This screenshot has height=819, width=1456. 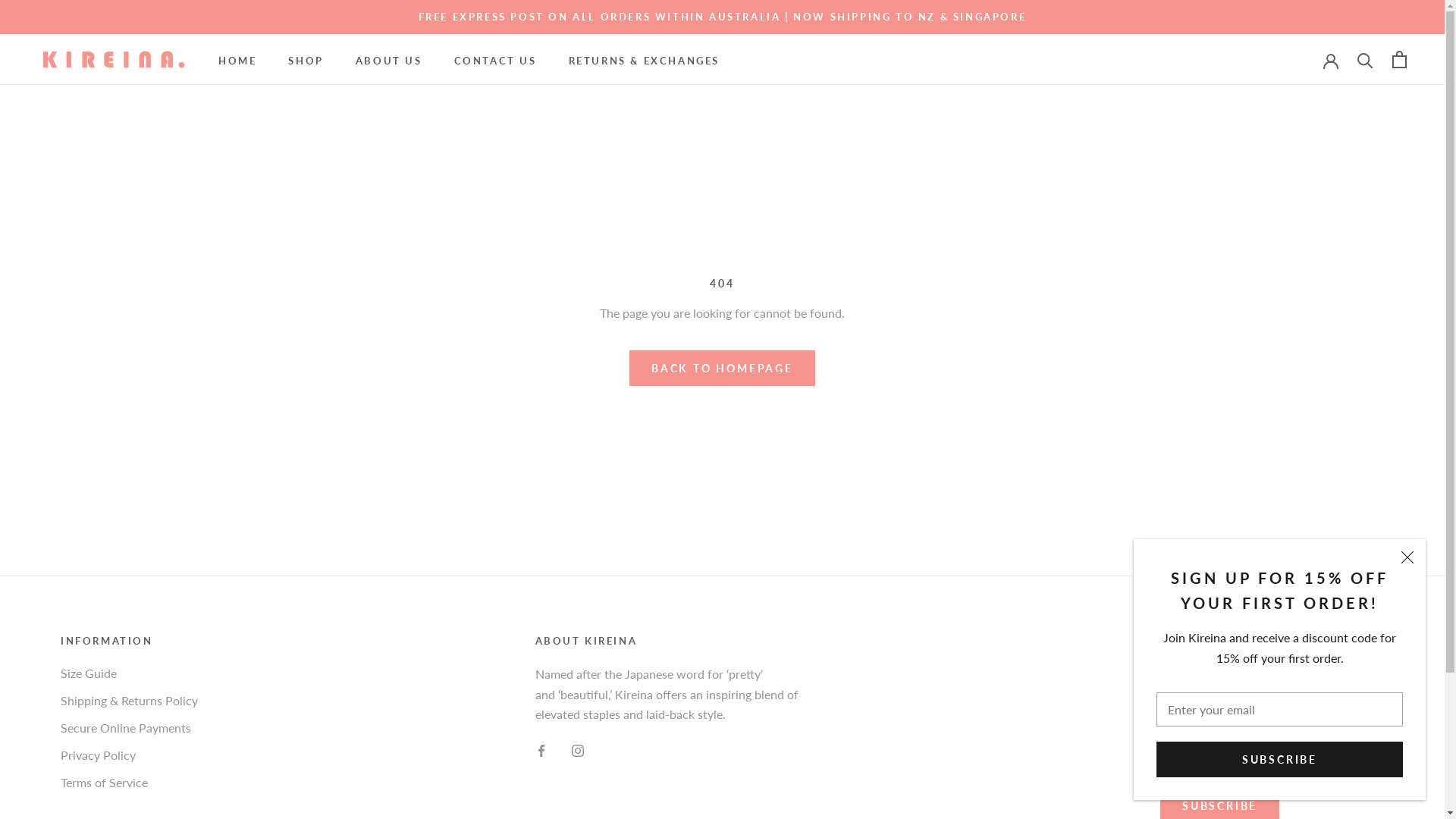 I want to click on 'Privacy Policy', so click(x=129, y=755).